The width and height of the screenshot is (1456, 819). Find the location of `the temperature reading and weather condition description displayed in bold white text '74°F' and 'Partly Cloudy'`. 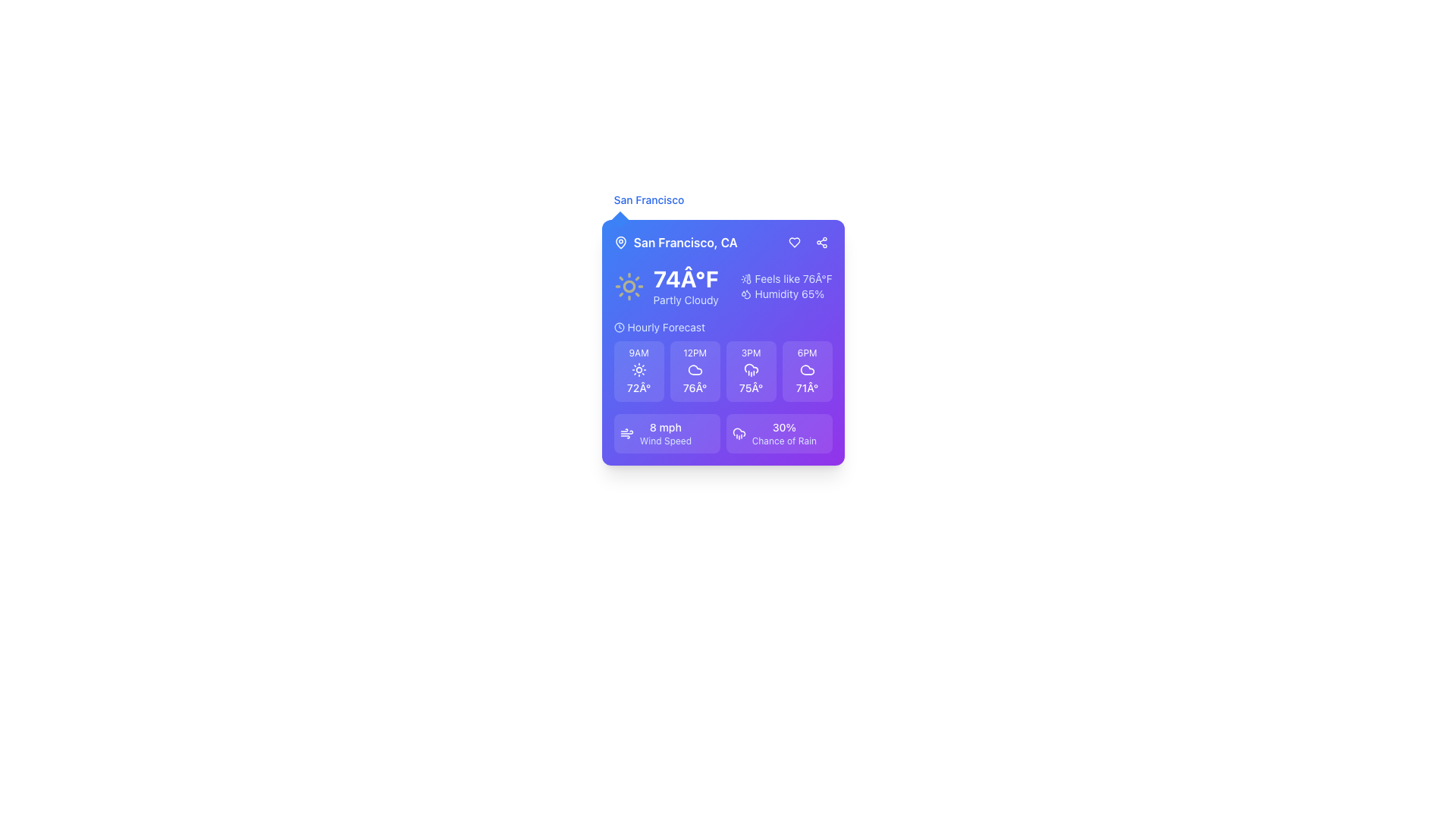

the temperature reading and weather condition description displayed in bold white text '74°F' and 'Partly Cloudy' is located at coordinates (685, 287).